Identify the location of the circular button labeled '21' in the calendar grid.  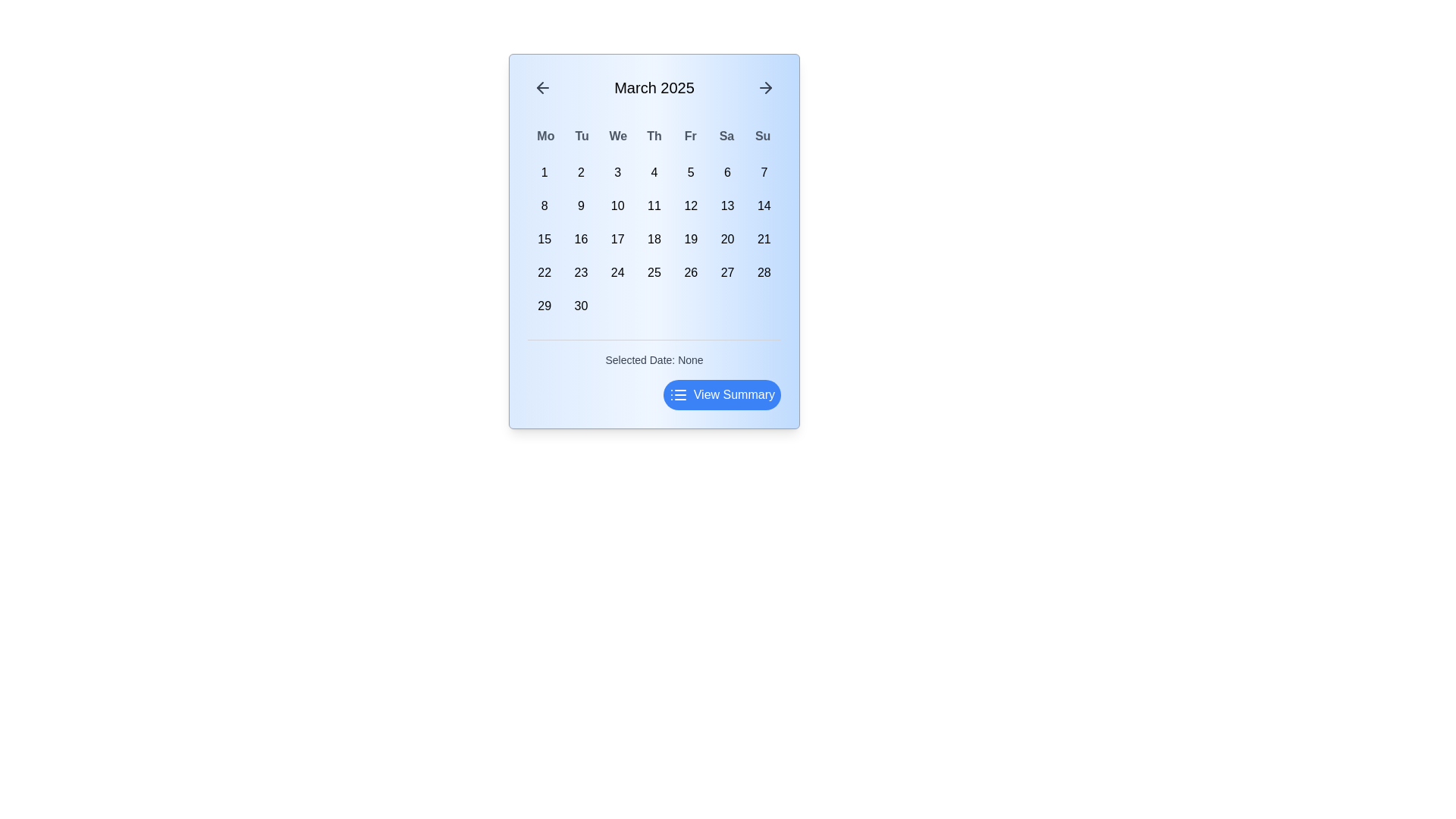
(764, 239).